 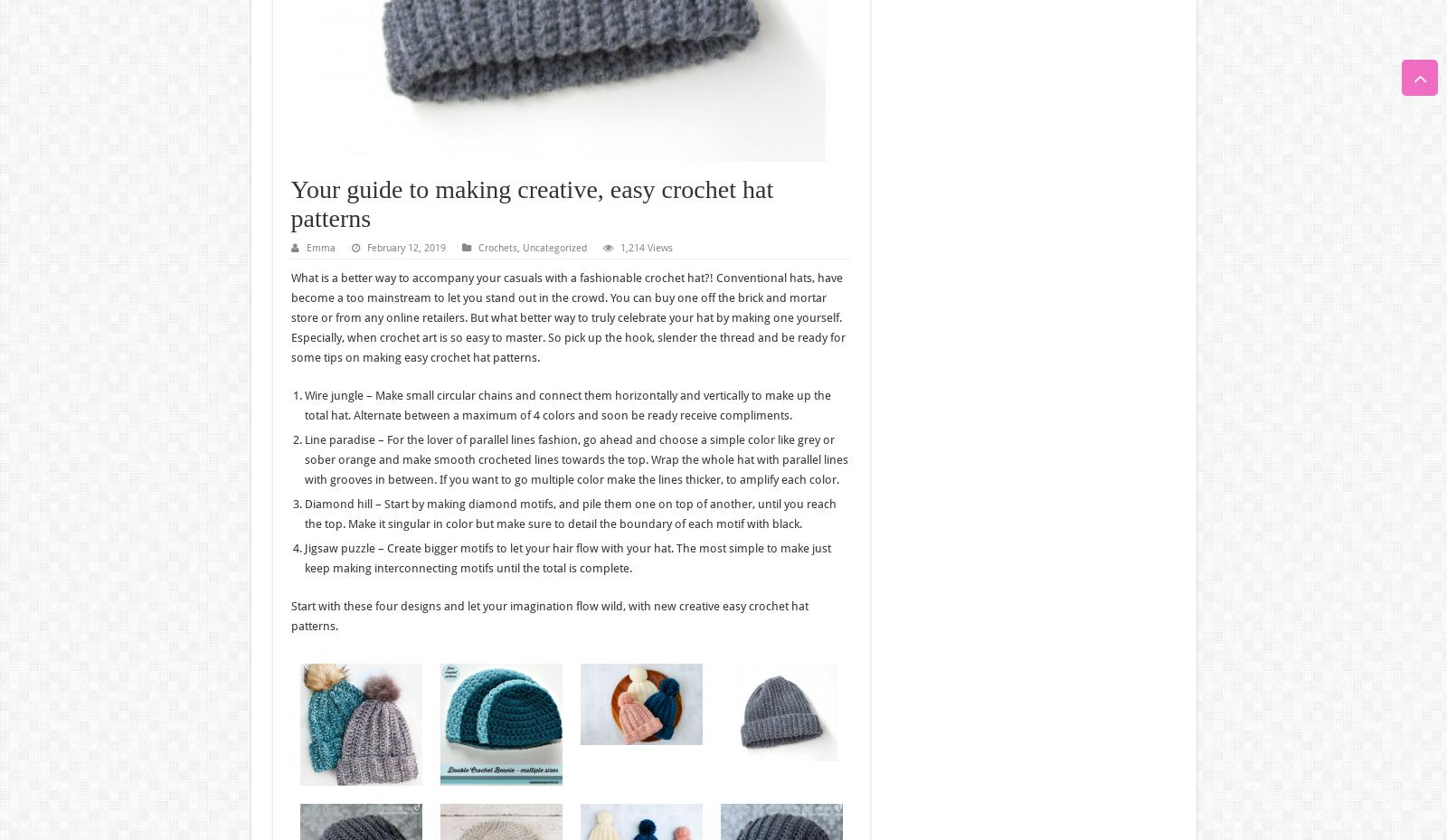 What do you see at coordinates (518, 247) in the screenshot?
I see `','` at bounding box center [518, 247].